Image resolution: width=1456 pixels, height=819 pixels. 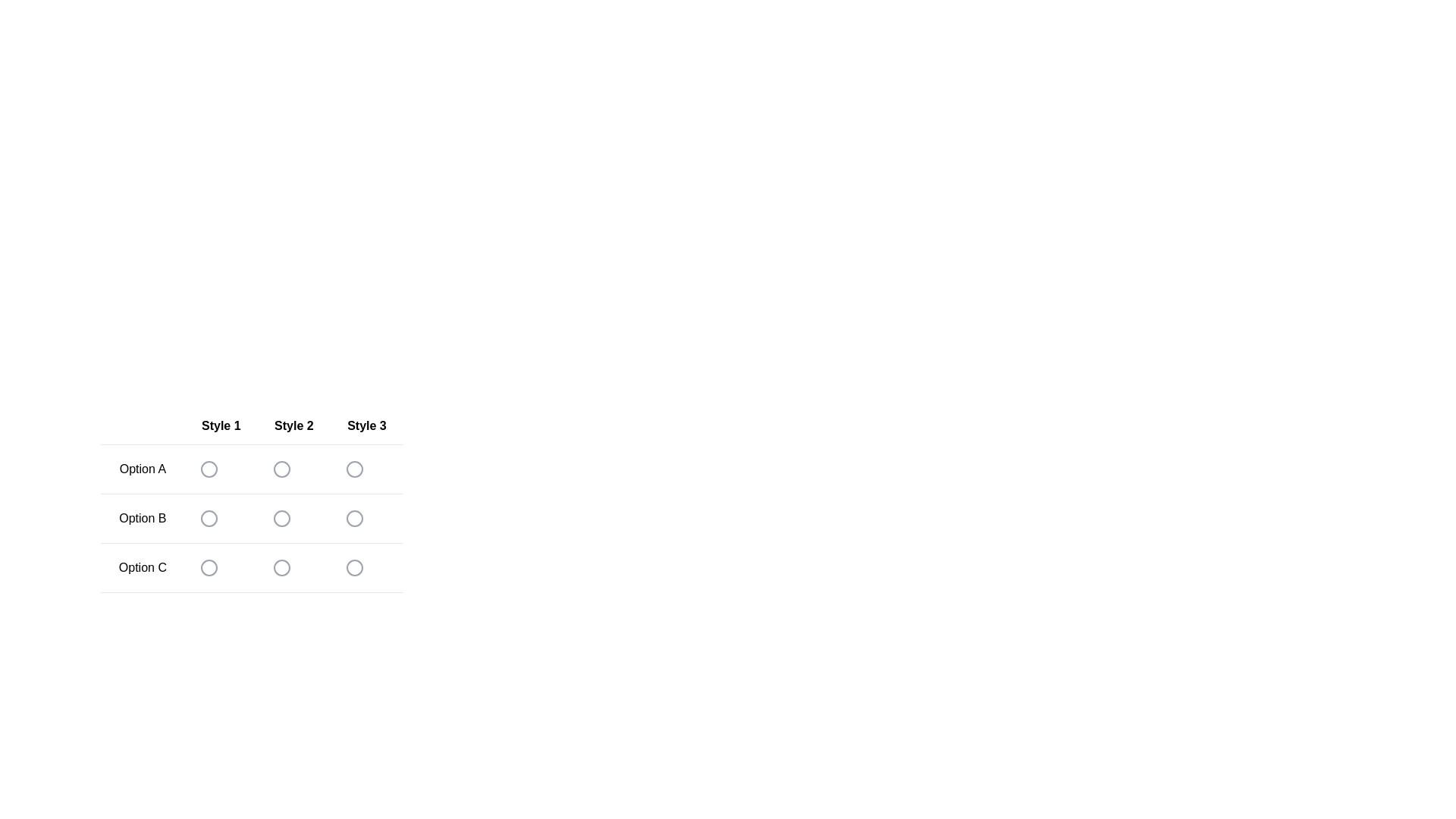 I want to click on the text label displaying 'Style 3' in bold black font, which is the last element in a horizontal row of similar labels above multiple-choice options, so click(x=367, y=426).